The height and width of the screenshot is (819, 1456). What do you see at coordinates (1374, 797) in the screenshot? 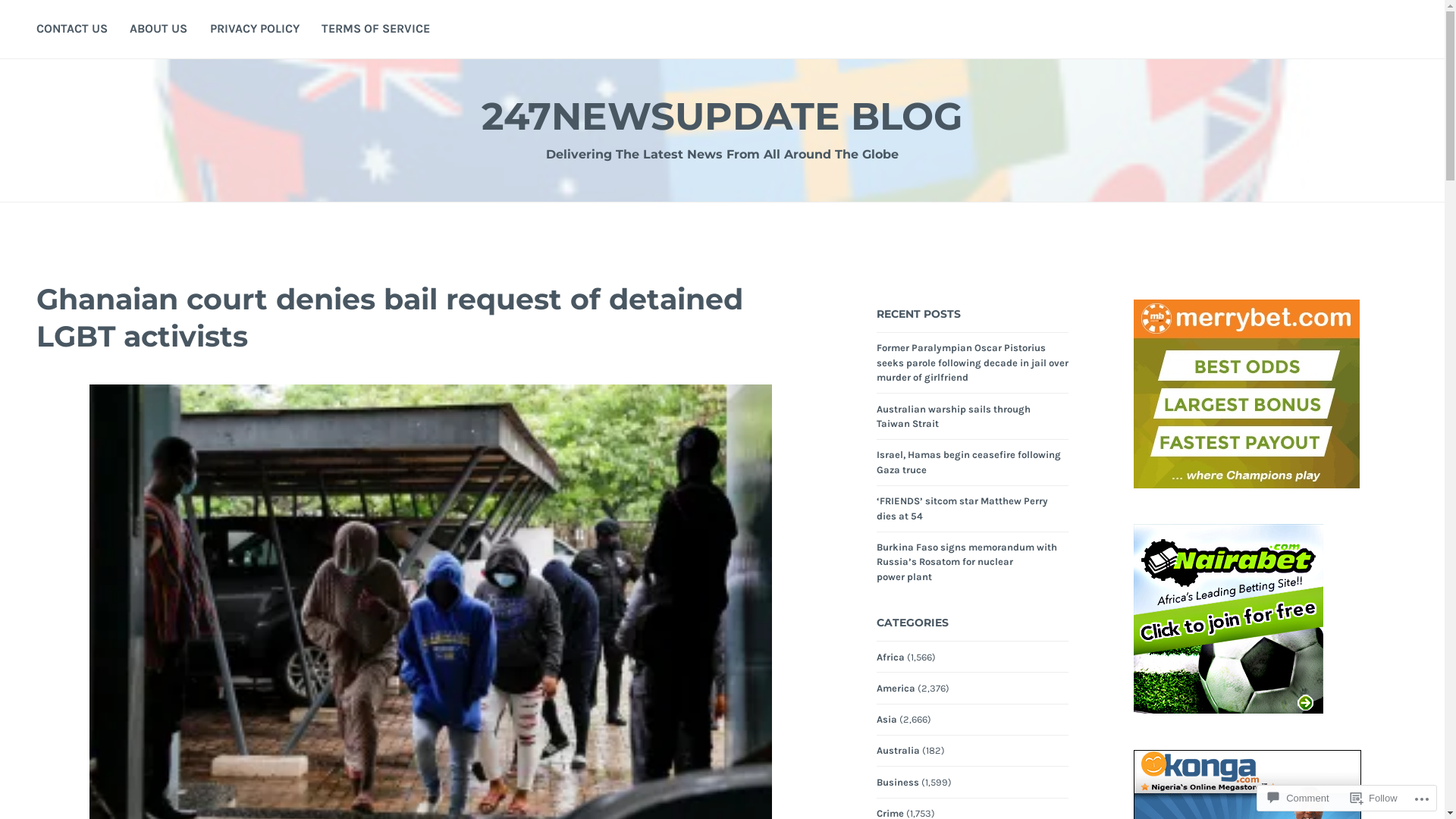
I see `'Follow'` at bounding box center [1374, 797].